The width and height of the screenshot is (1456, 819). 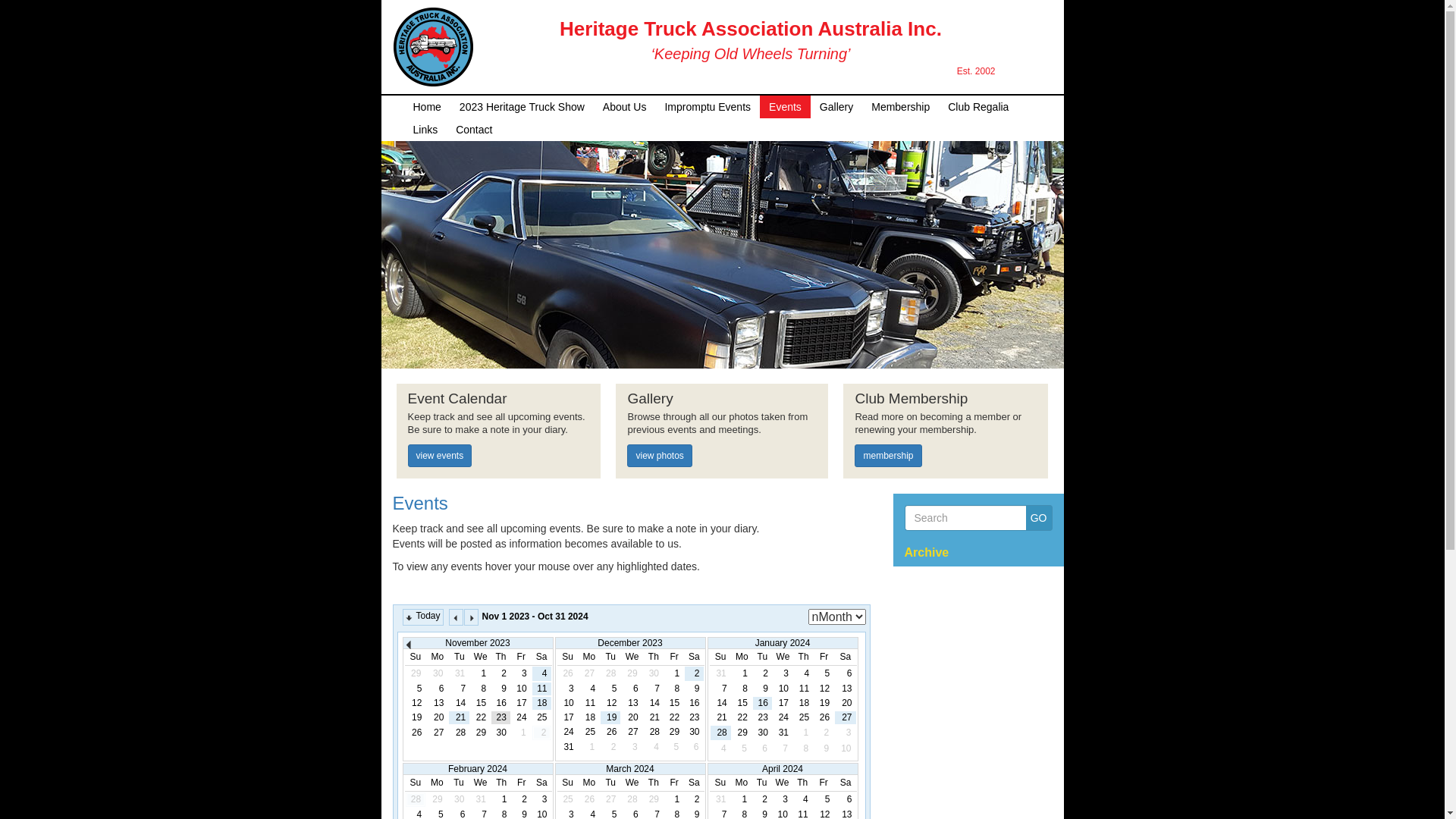 I want to click on '9', so click(x=500, y=689).